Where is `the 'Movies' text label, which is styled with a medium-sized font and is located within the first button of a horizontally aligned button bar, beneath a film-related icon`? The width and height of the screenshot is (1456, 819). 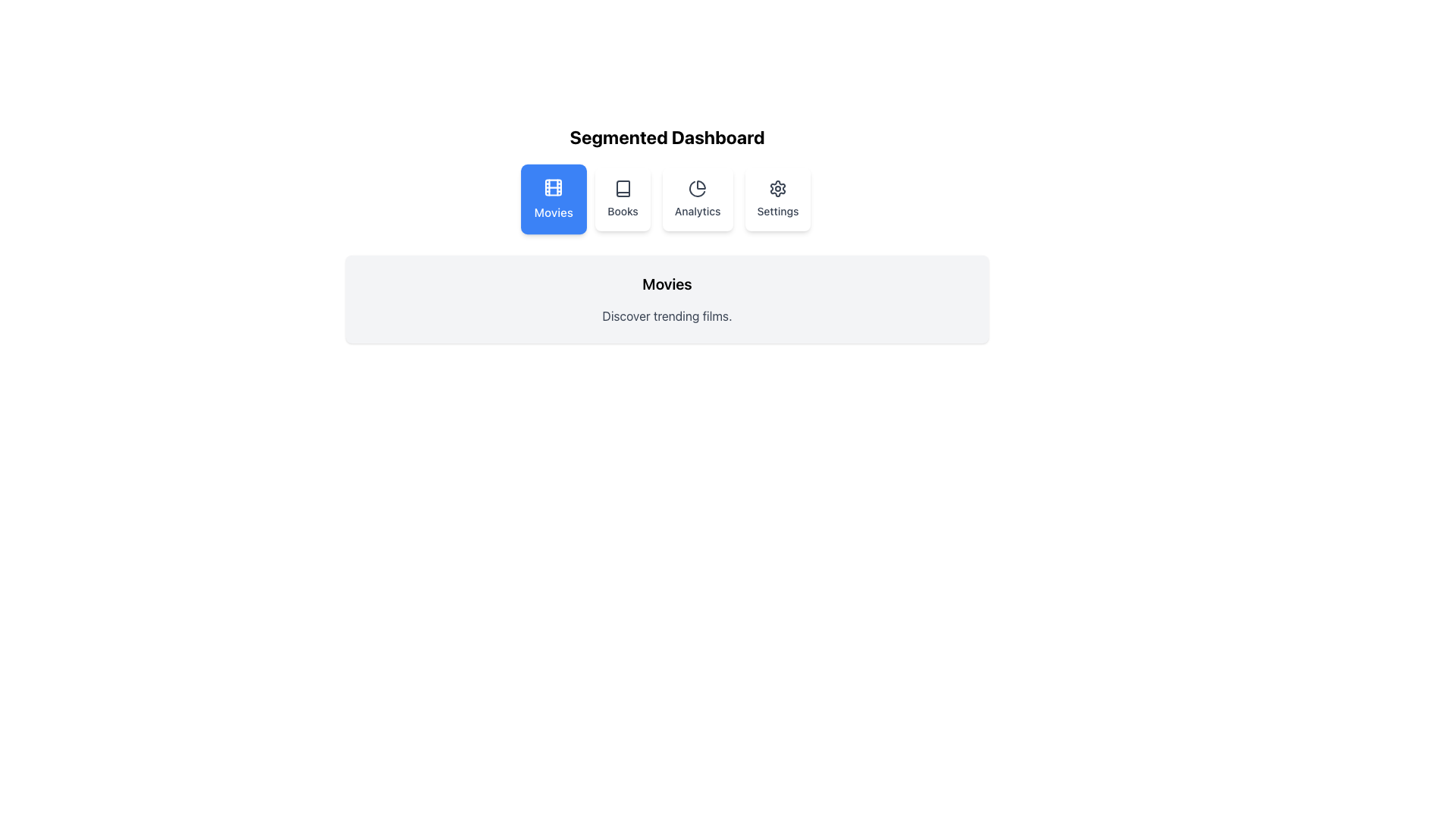 the 'Movies' text label, which is styled with a medium-sized font and is located within the first button of a horizontally aligned button bar, beneath a film-related icon is located at coordinates (552, 212).